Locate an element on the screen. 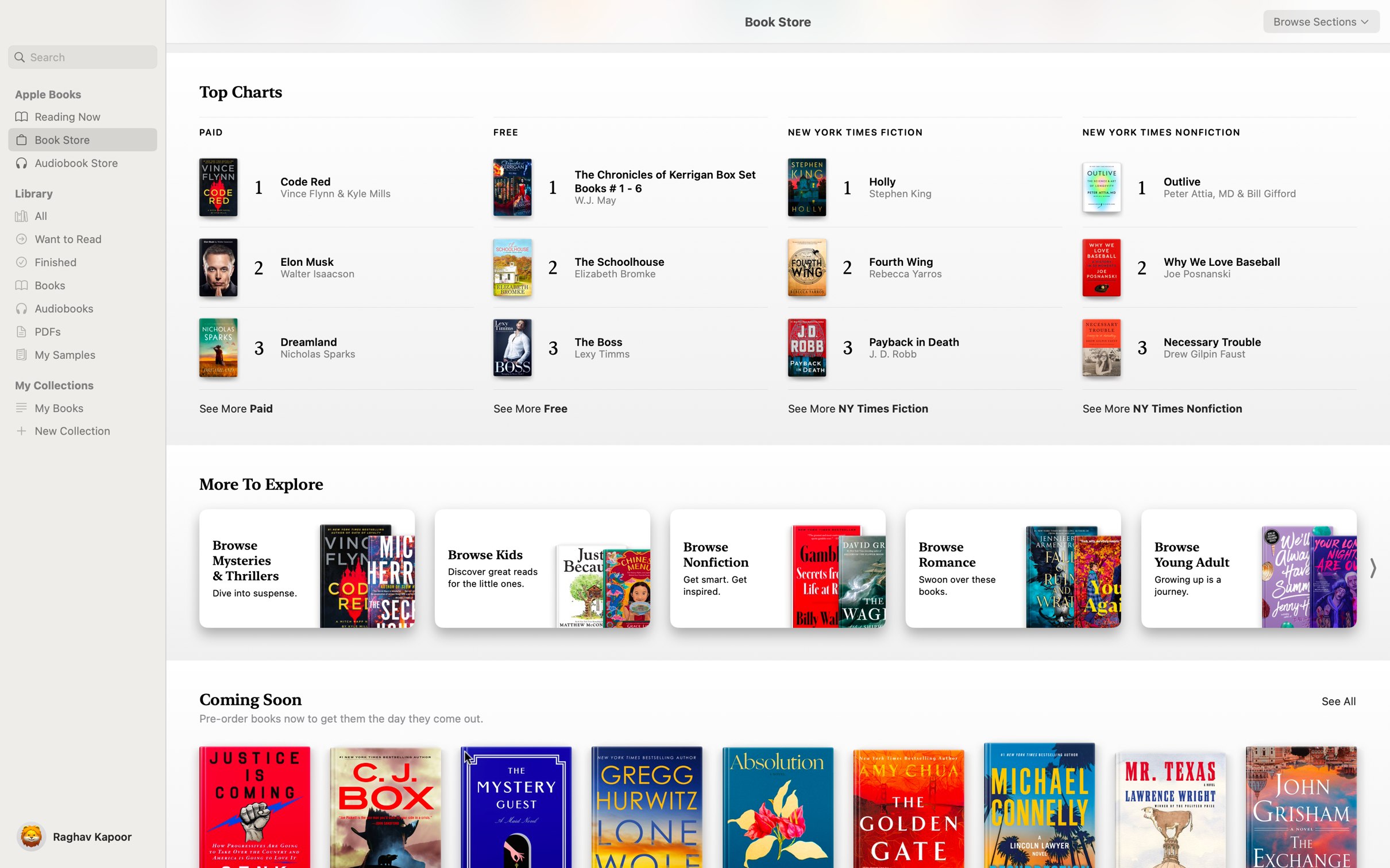 This screenshot has width=1390, height=868. Read "Dreamland" from Paid Top Charts is located at coordinates (325, 348).